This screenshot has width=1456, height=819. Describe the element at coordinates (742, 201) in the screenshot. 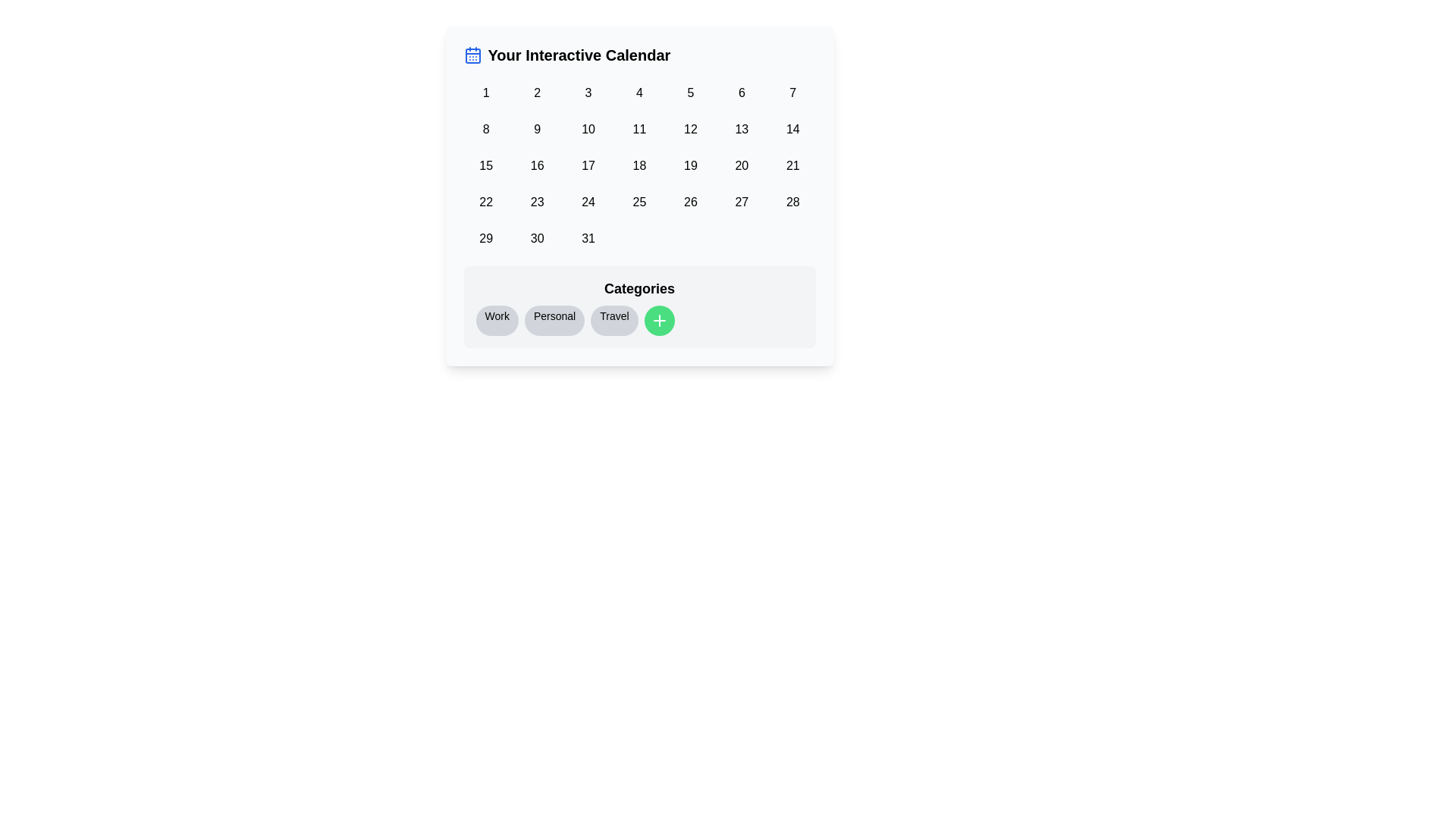

I see `the clickable date button representing the 27th day of the month in the interactive calendar interface to trigger a style change` at that location.